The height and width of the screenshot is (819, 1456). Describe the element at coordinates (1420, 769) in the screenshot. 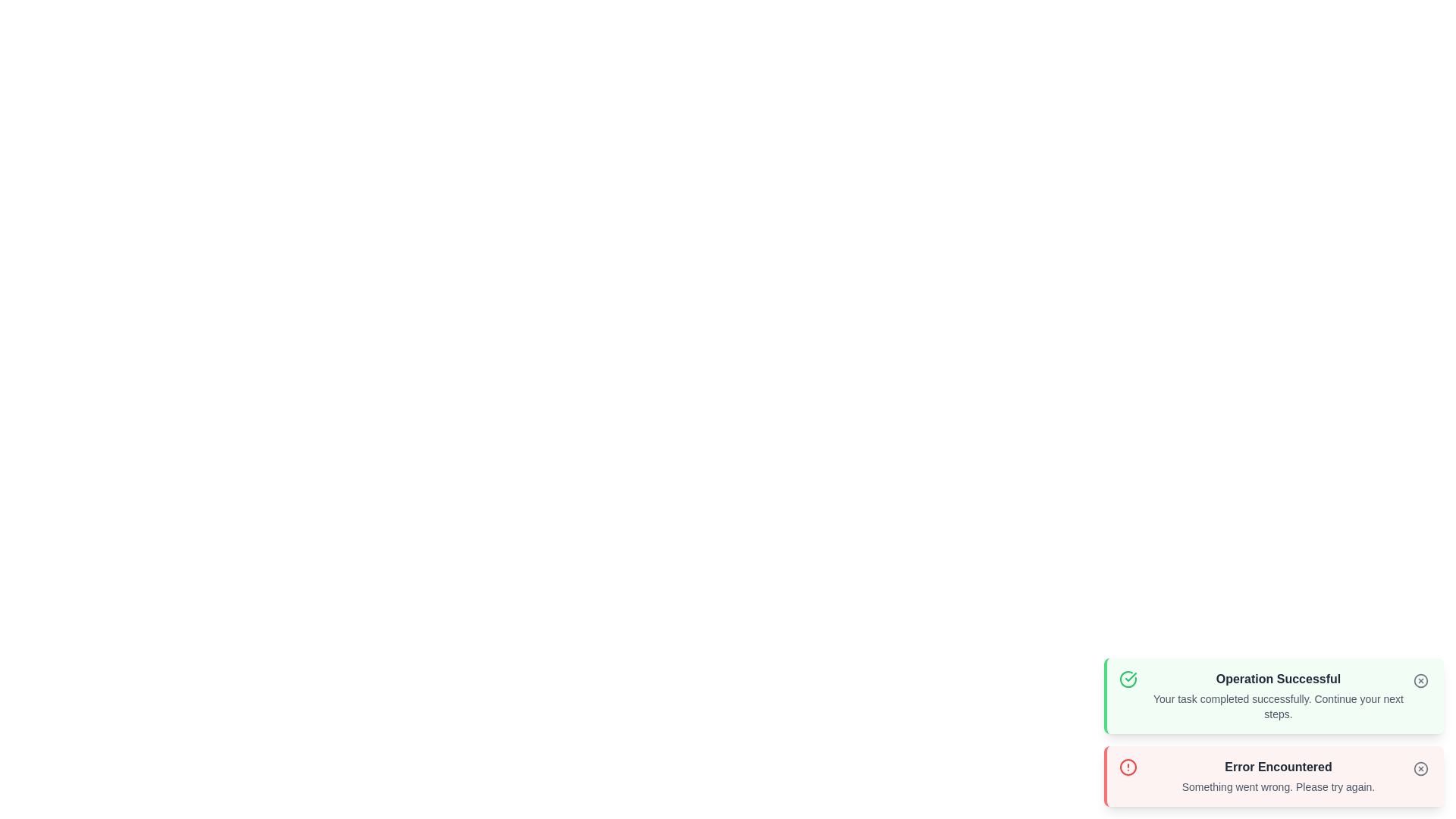

I see `the circular close button with a gray background and 'X' icon located at the top-right corner of the notification card` at that location.